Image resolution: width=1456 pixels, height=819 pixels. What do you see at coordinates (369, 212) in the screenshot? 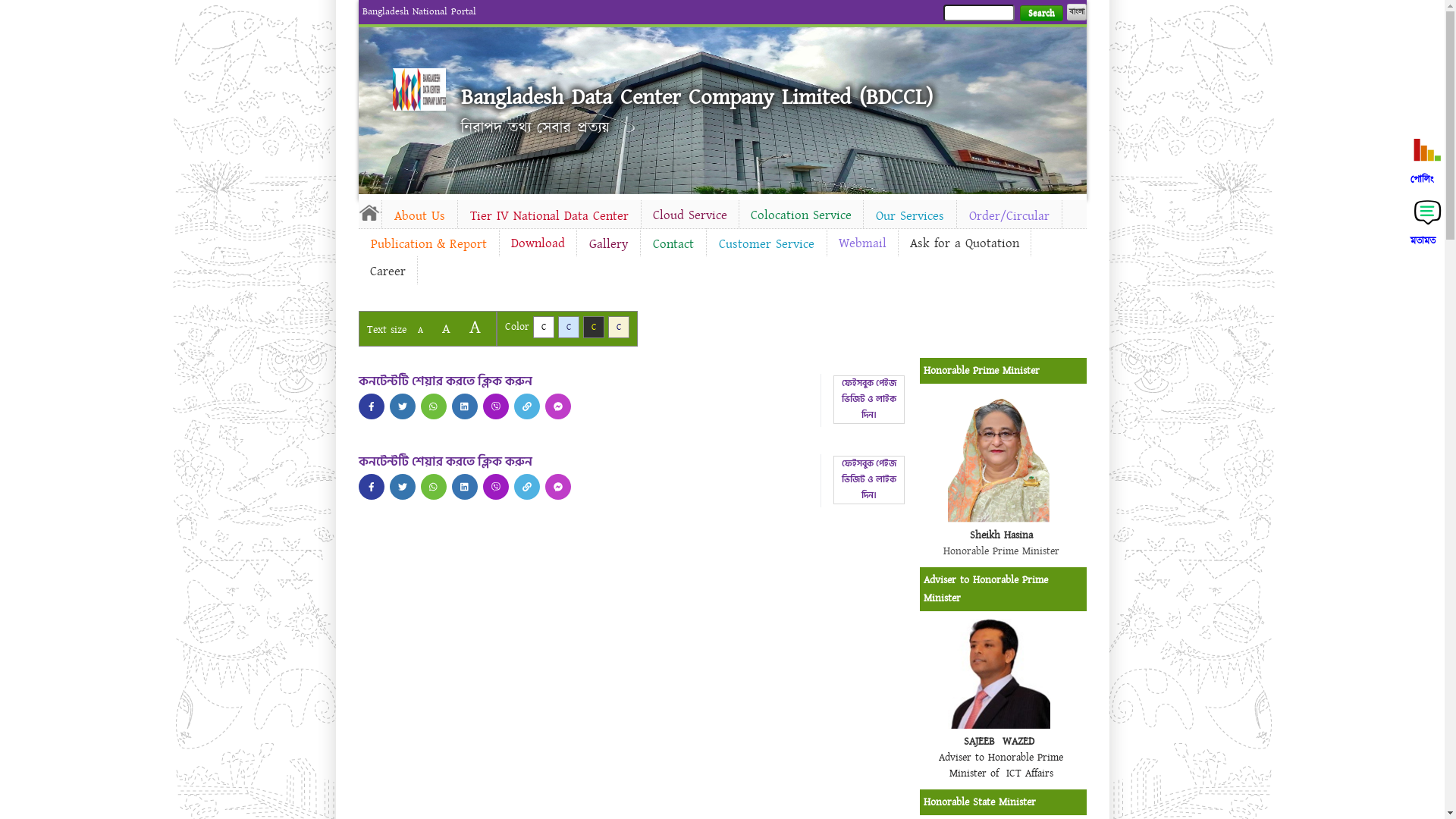
I see `'Home'` at bounding box center [369, 212].